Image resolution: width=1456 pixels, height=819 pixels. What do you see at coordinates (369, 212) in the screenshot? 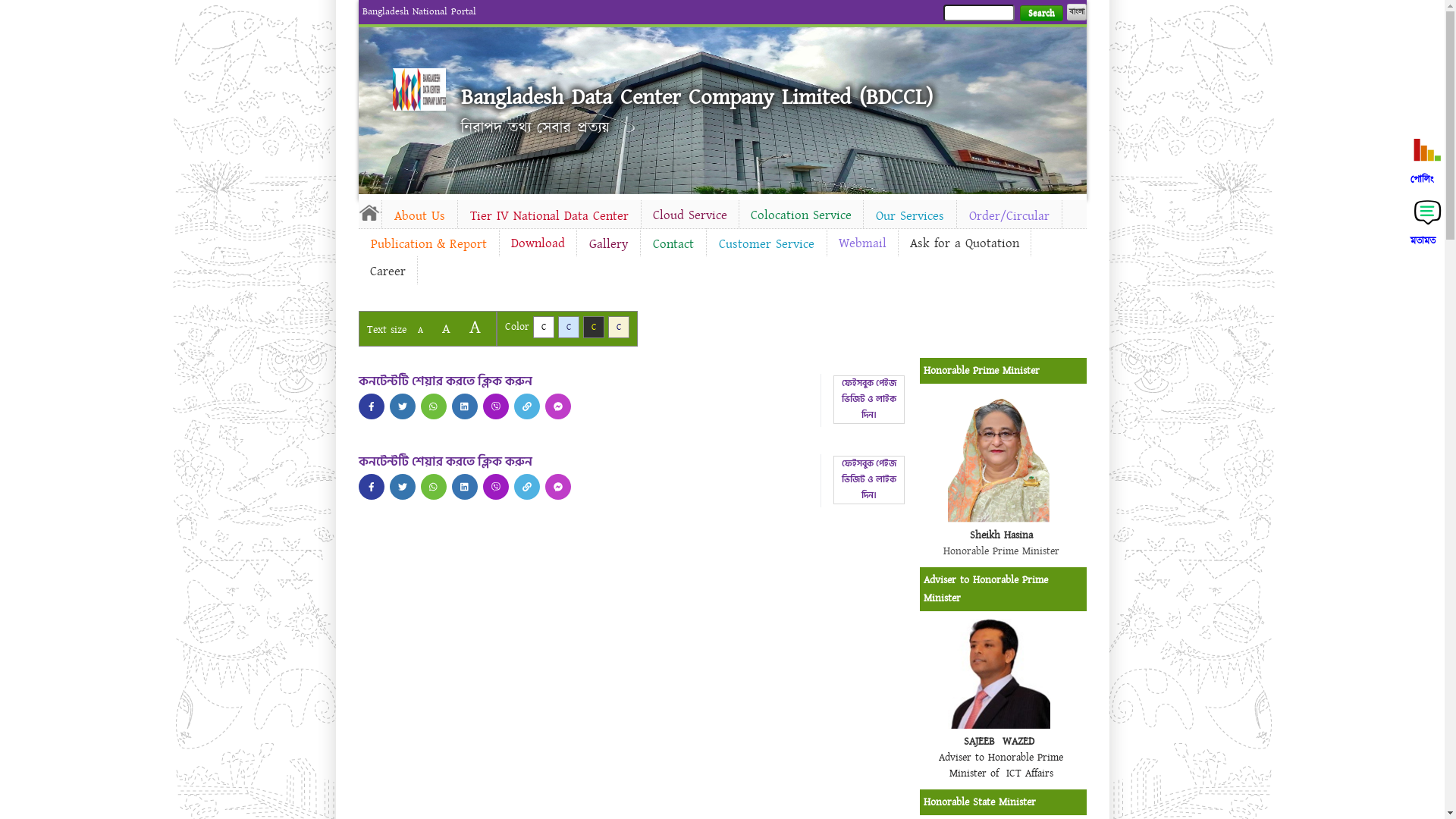
I see `'Home'` at bounding box center [369, 212].